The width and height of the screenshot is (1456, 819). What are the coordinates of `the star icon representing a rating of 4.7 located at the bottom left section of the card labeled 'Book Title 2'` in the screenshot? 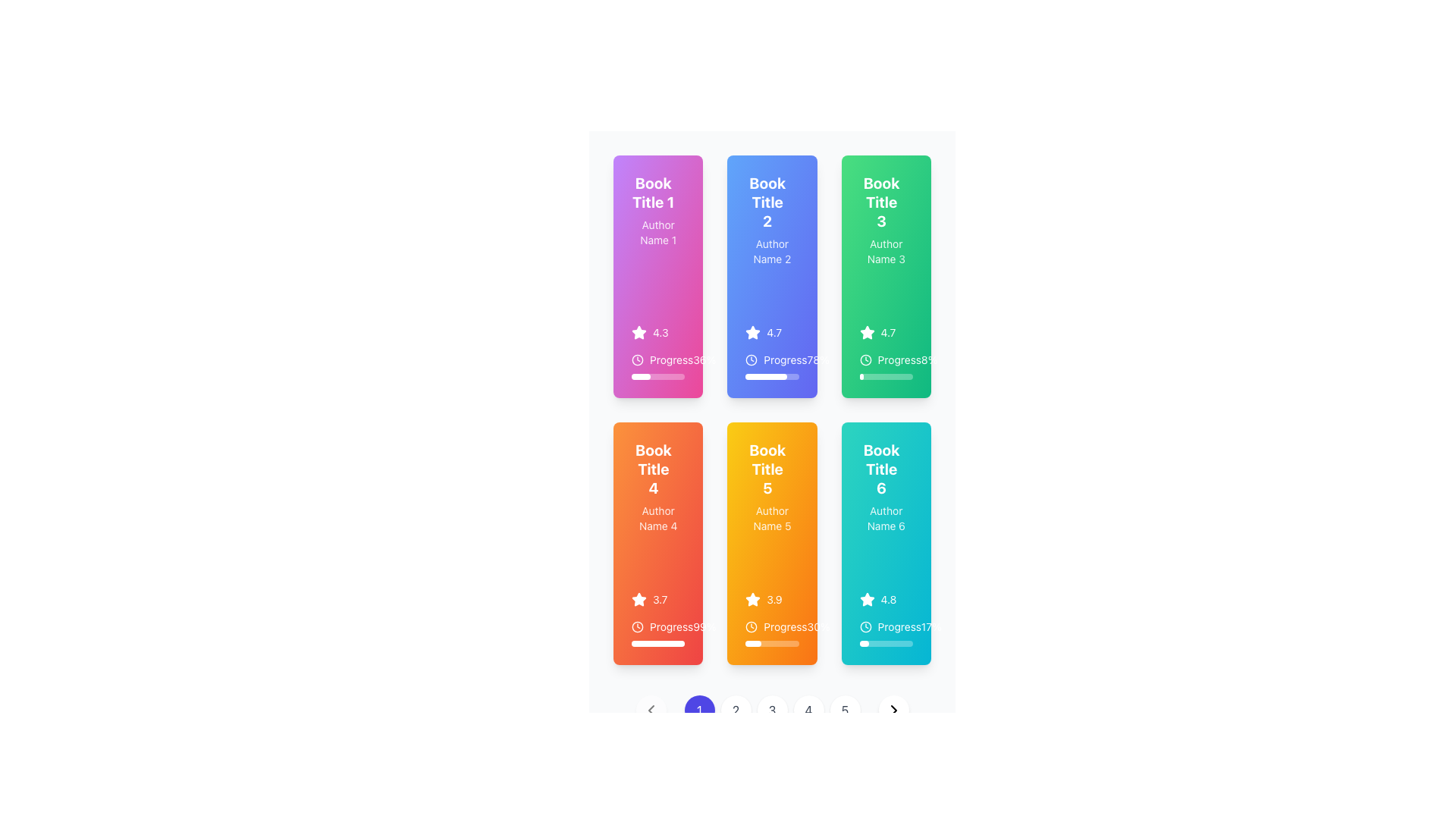 It's located at (753, 332).